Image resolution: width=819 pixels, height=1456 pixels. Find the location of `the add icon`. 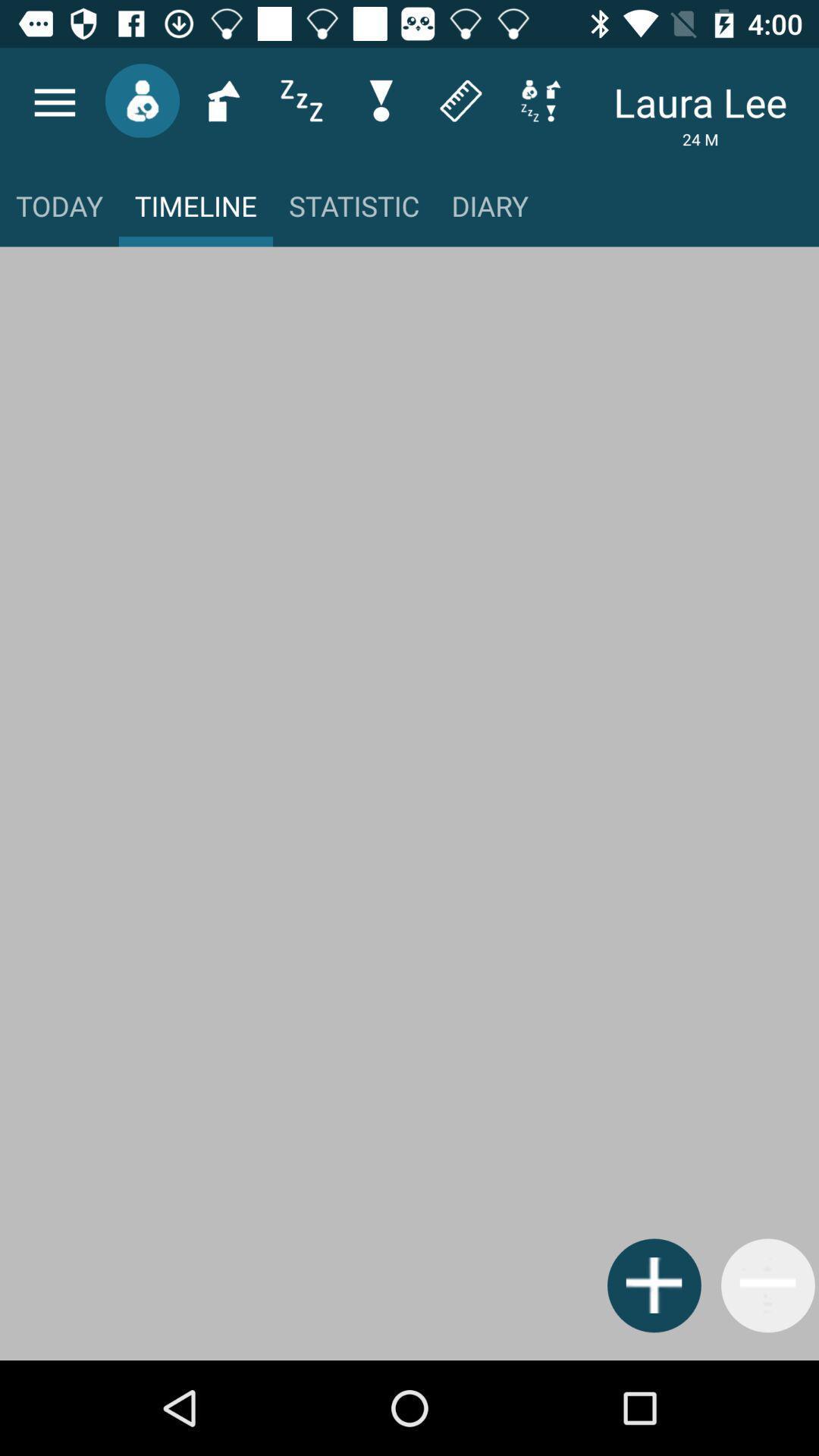

the add icon is located at coordinates (653, 1285).